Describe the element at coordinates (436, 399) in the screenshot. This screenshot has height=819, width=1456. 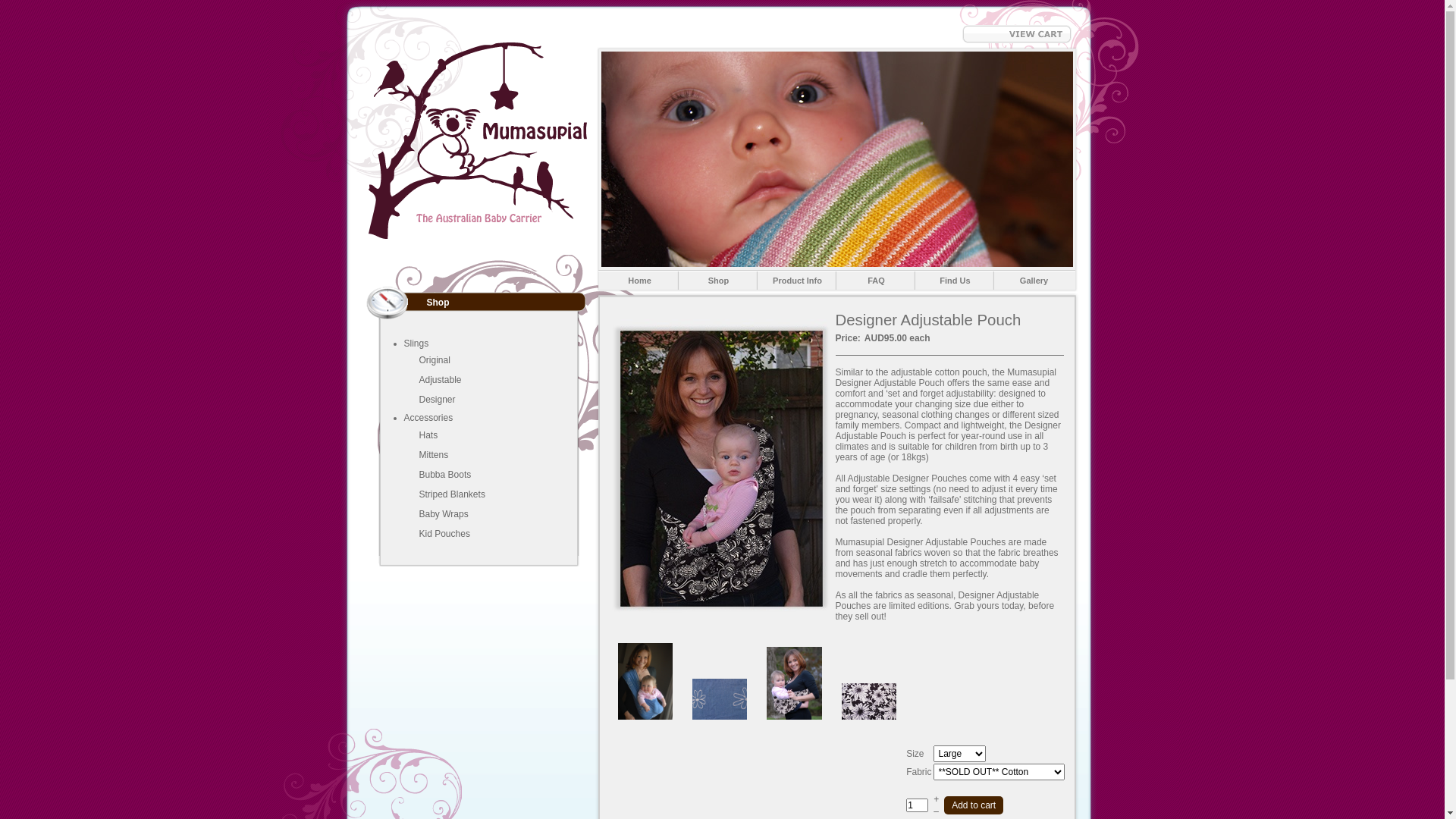
I see `'Designer'` at that location.